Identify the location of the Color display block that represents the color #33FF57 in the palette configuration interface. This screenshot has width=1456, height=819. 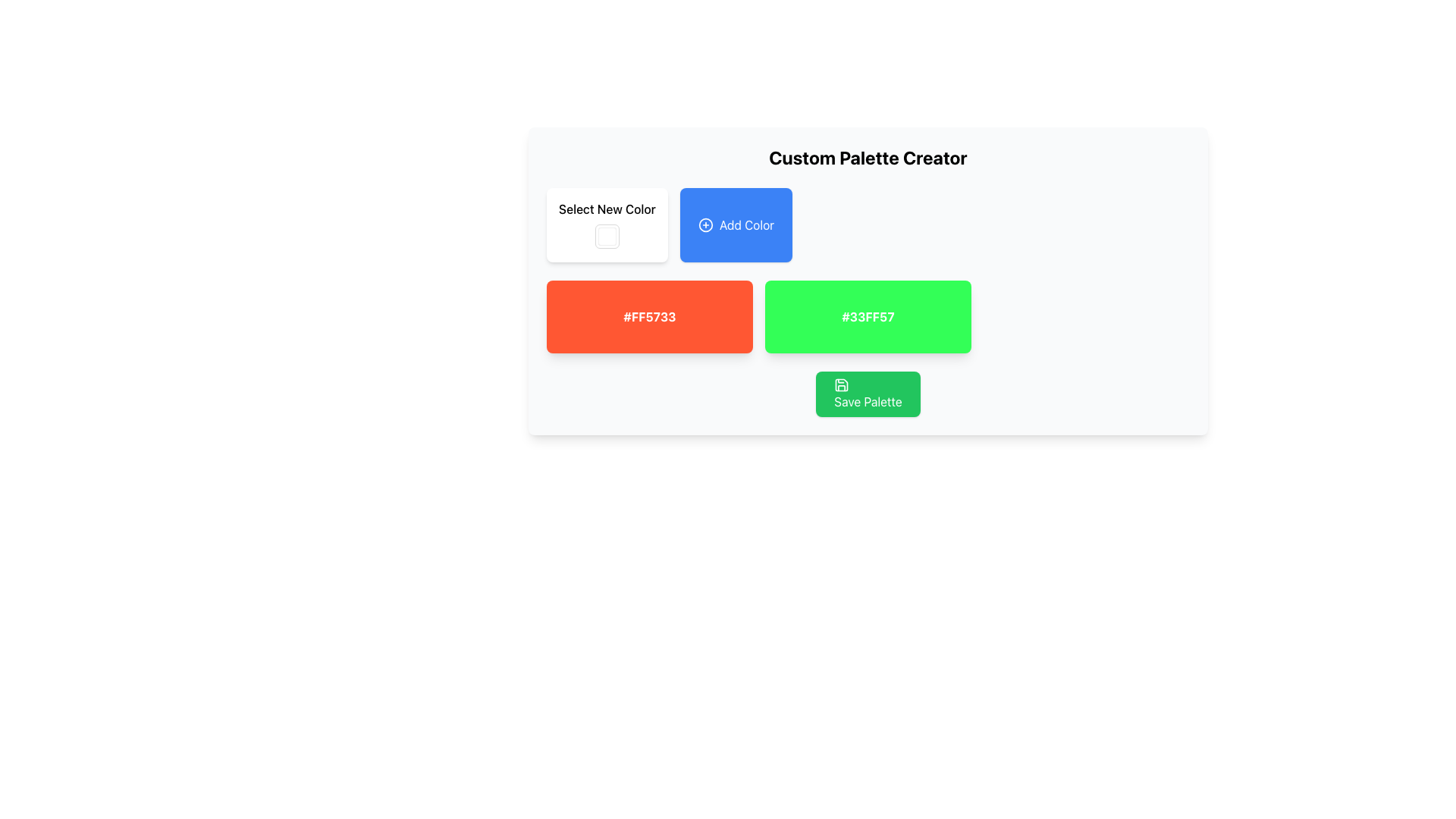
(868, 281).